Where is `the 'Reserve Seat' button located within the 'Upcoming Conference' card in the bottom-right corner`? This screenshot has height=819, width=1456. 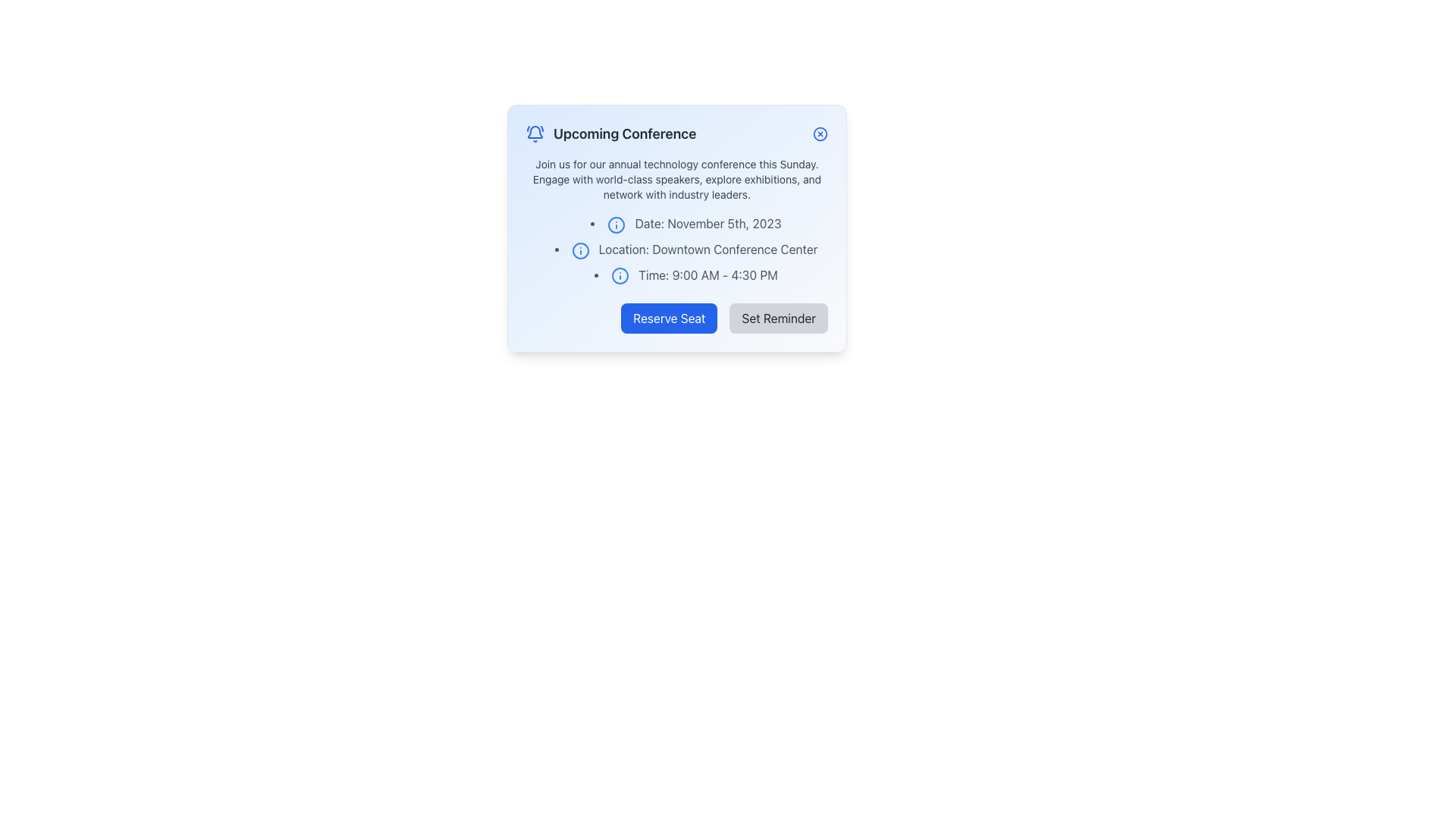 the 'Reserve Seat' button located within the 'Upcoming Conference' card in the bottom-right corner is located at coordinates (676, 318).